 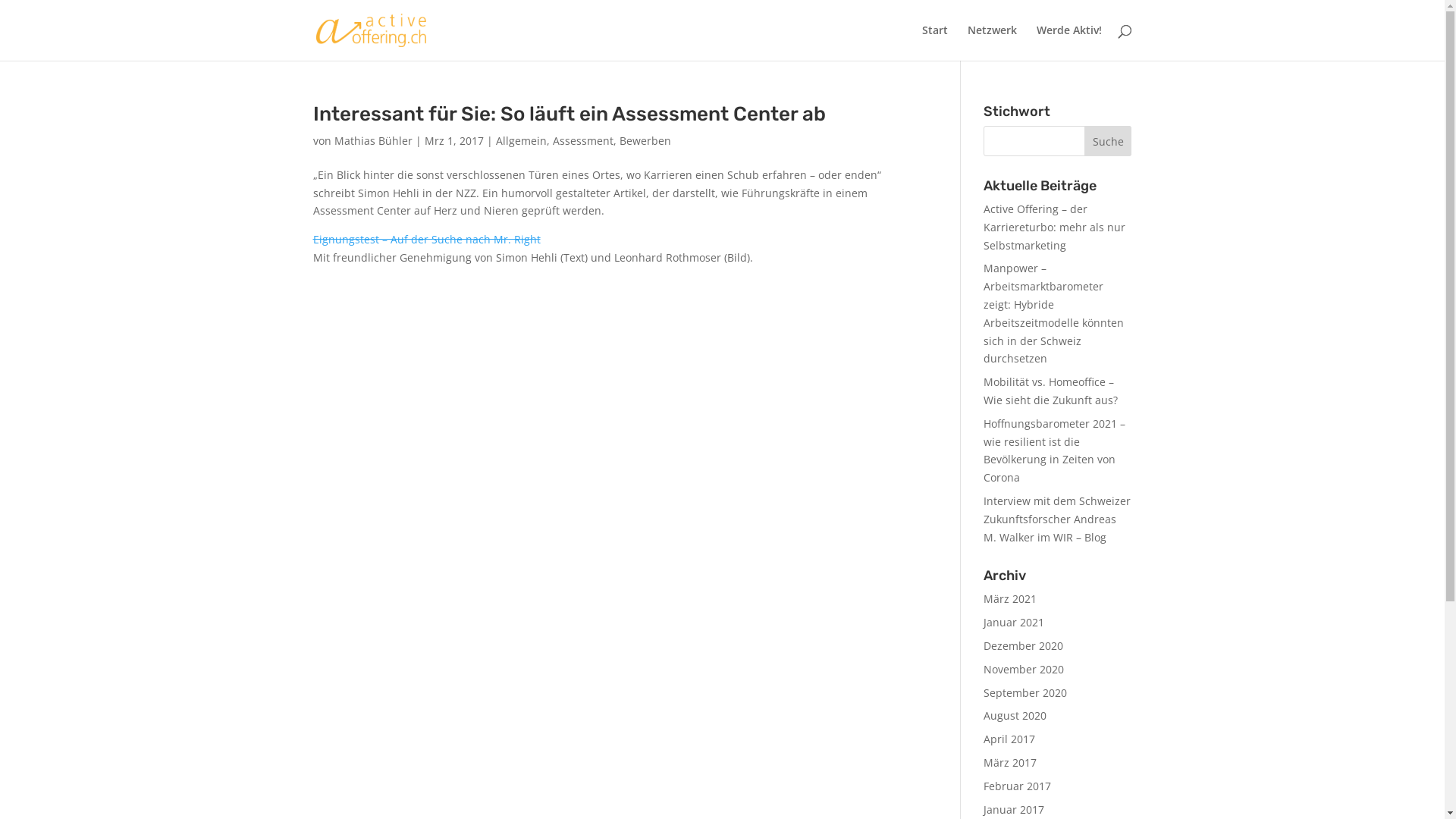 What do you see at coordinates (1108, 140) in the screenshot?
I see `'Suche'` at bounding box center [1108, 140].